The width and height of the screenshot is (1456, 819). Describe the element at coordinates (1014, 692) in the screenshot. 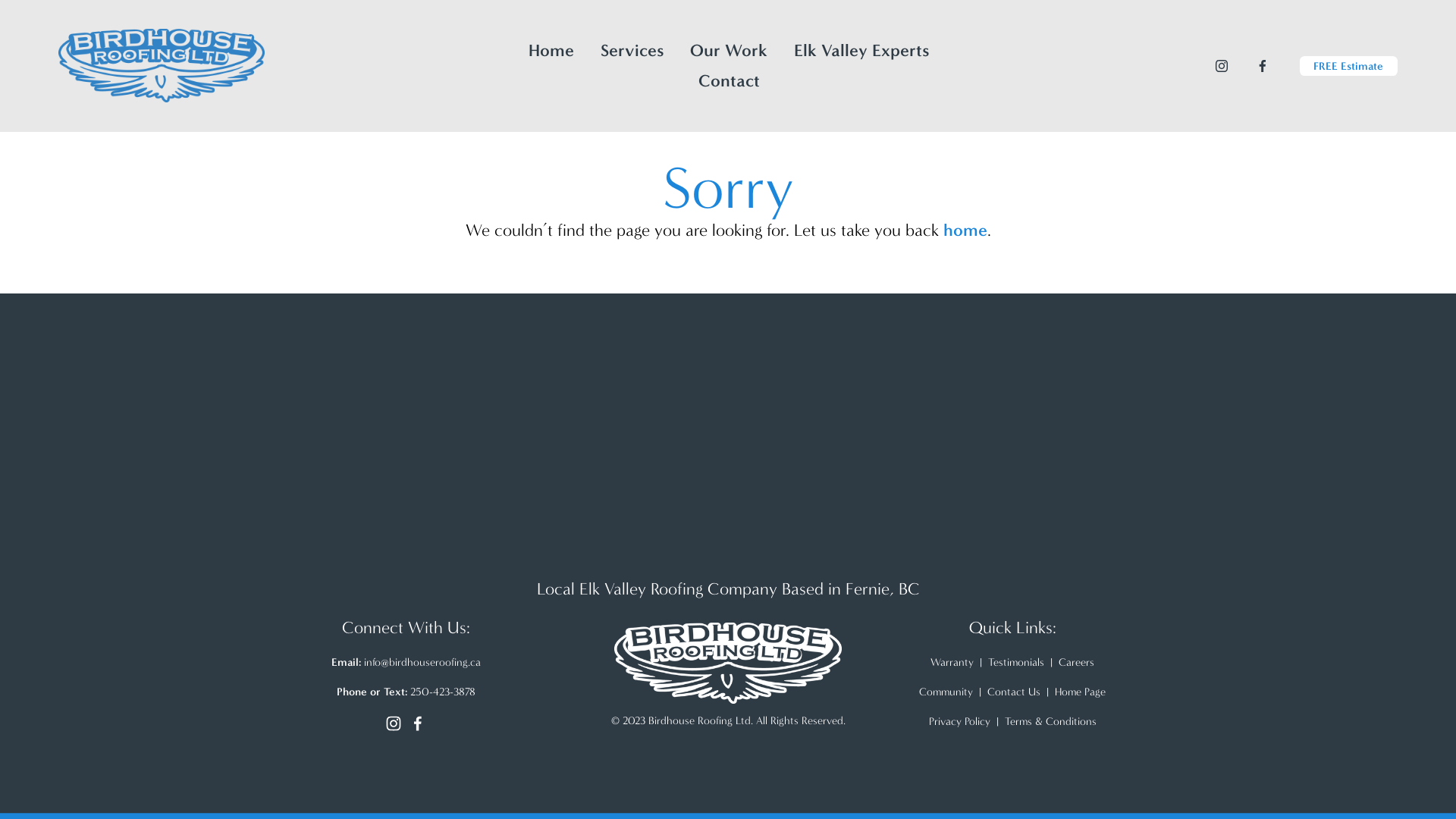

I see `'Contact Us'` at that location.